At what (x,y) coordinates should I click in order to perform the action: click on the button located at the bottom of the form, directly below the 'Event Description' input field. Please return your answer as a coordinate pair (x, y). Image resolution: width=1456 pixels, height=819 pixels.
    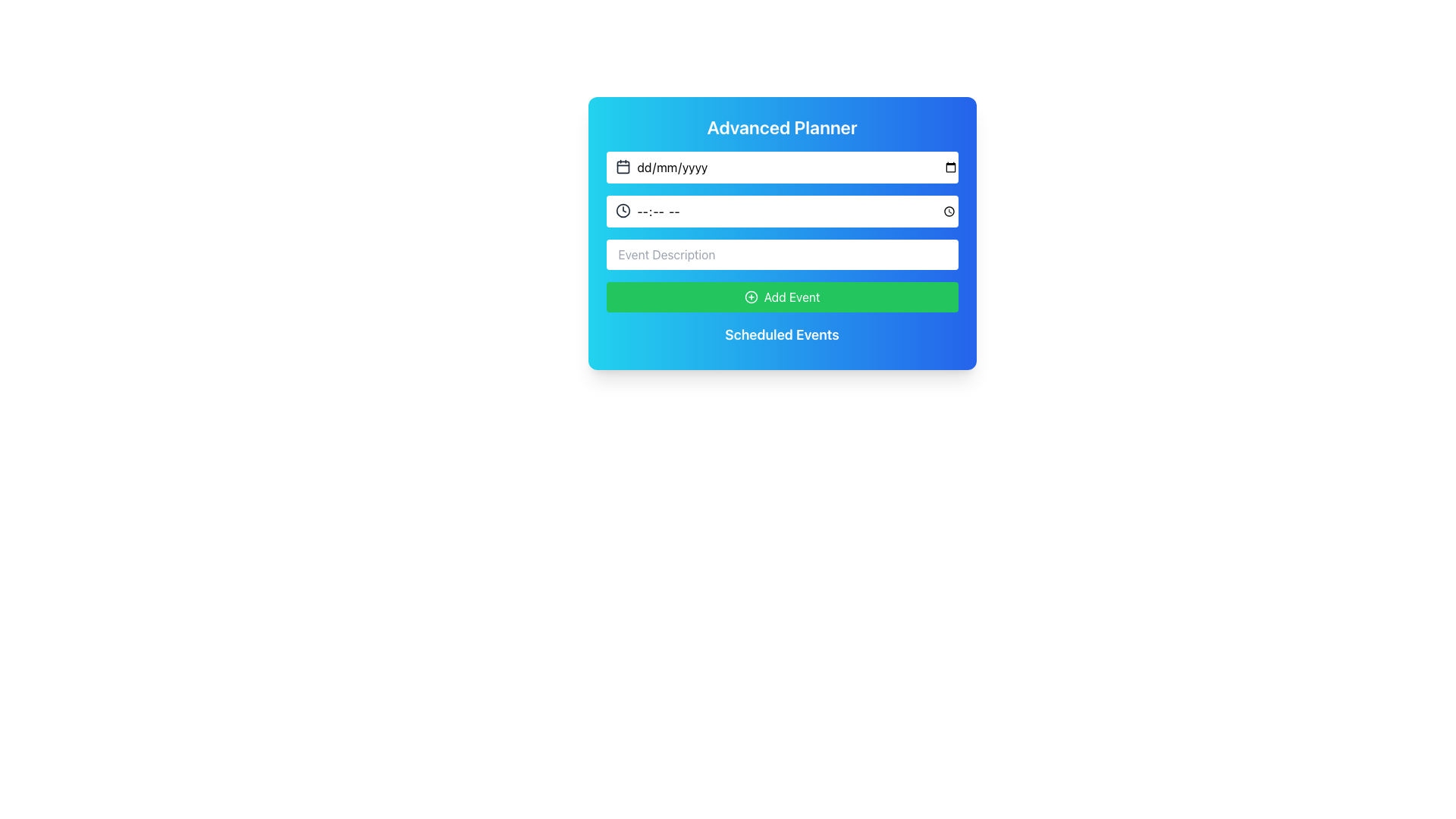
    Looking at the image, I should click on (782, 297).